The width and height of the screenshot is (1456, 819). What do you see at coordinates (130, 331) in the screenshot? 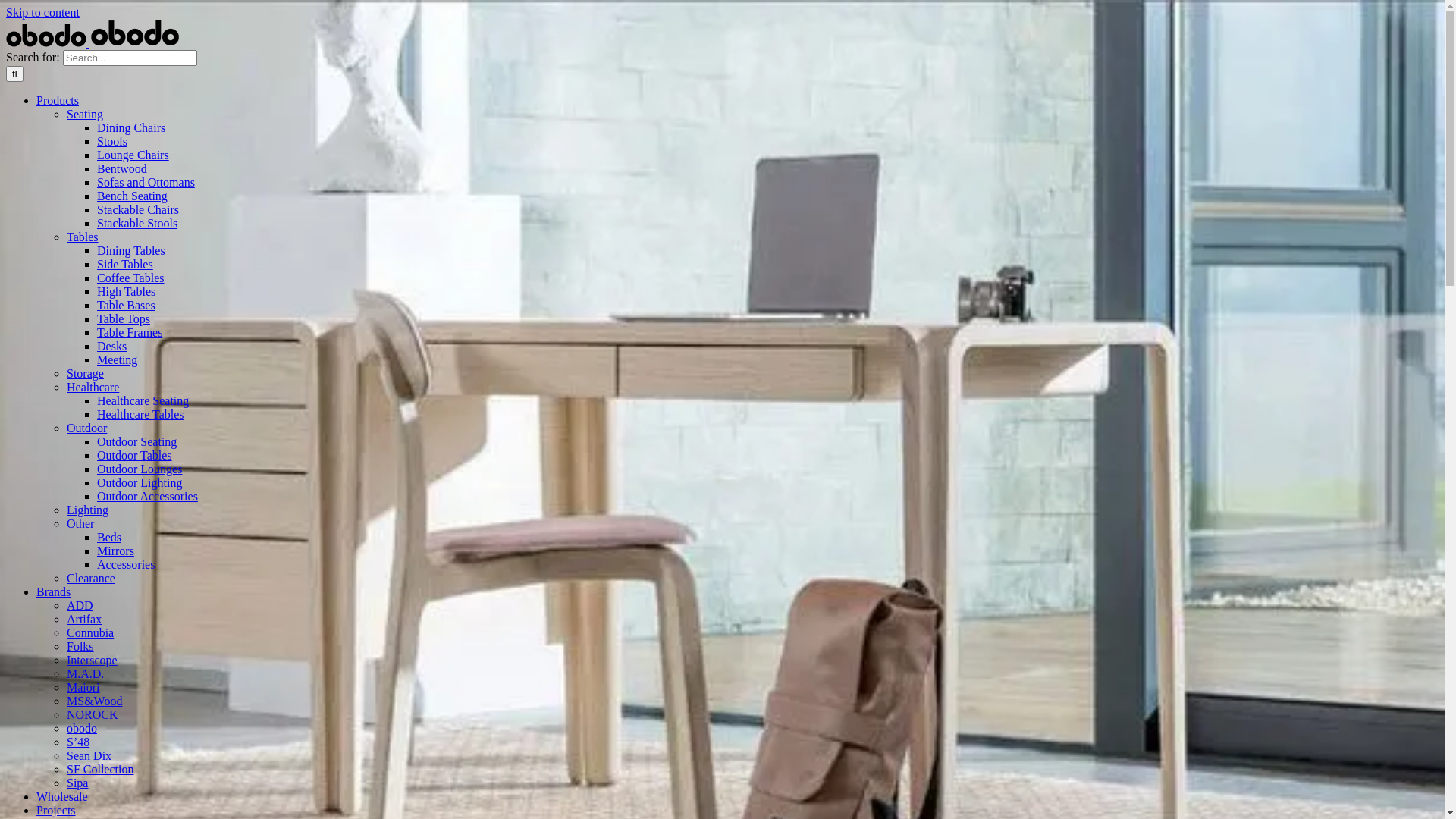
I see `'Table Frames'` at bounding box center [130, 331].